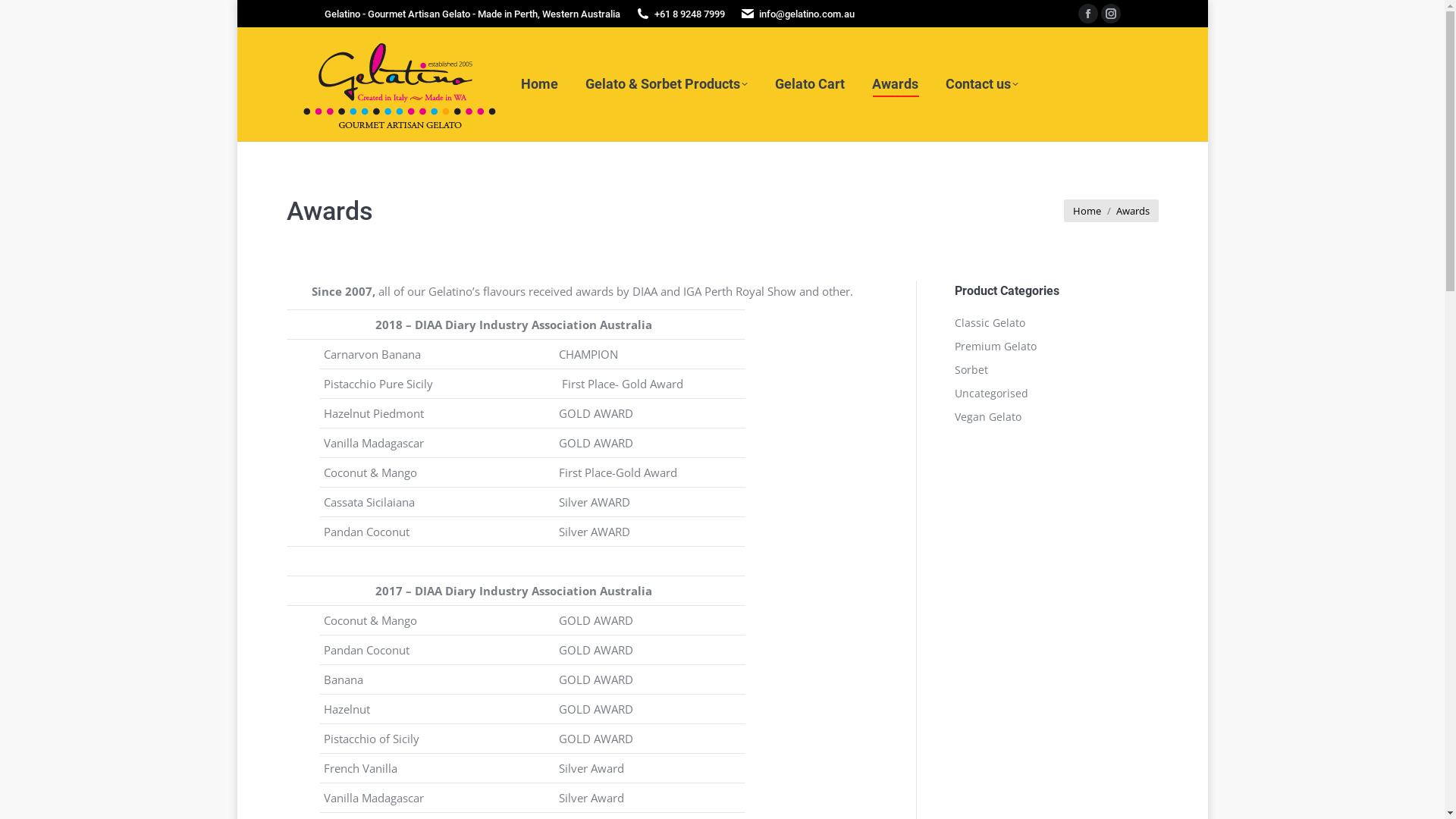 The height and width of the screenshot is (819, 1456). I want to click on 'Sorbet', so click(971, 370).